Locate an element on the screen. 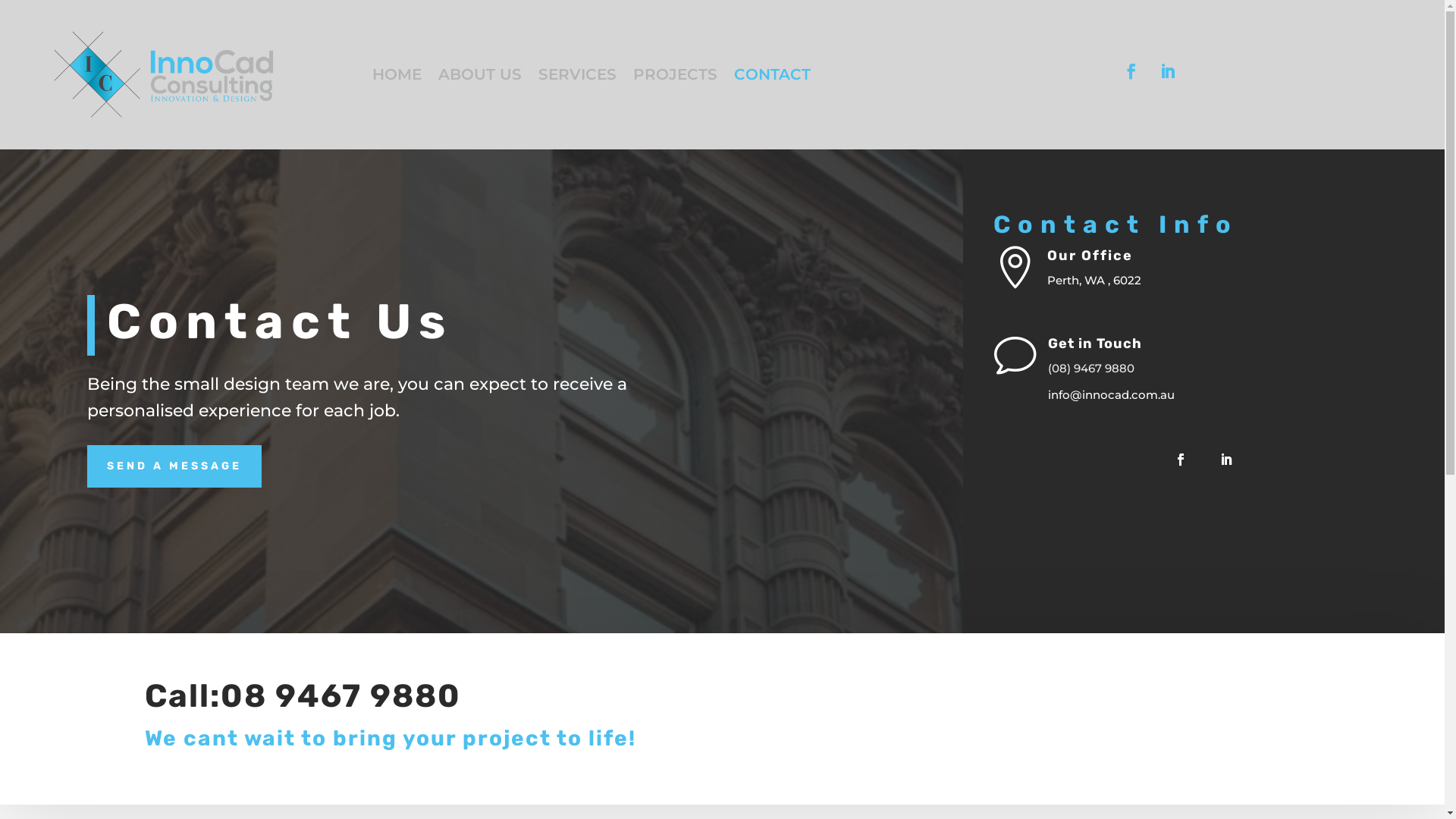 This screenshot has width=1456, height=819. 'SEND A MESSAGE' is located at coordinates (174, 465).